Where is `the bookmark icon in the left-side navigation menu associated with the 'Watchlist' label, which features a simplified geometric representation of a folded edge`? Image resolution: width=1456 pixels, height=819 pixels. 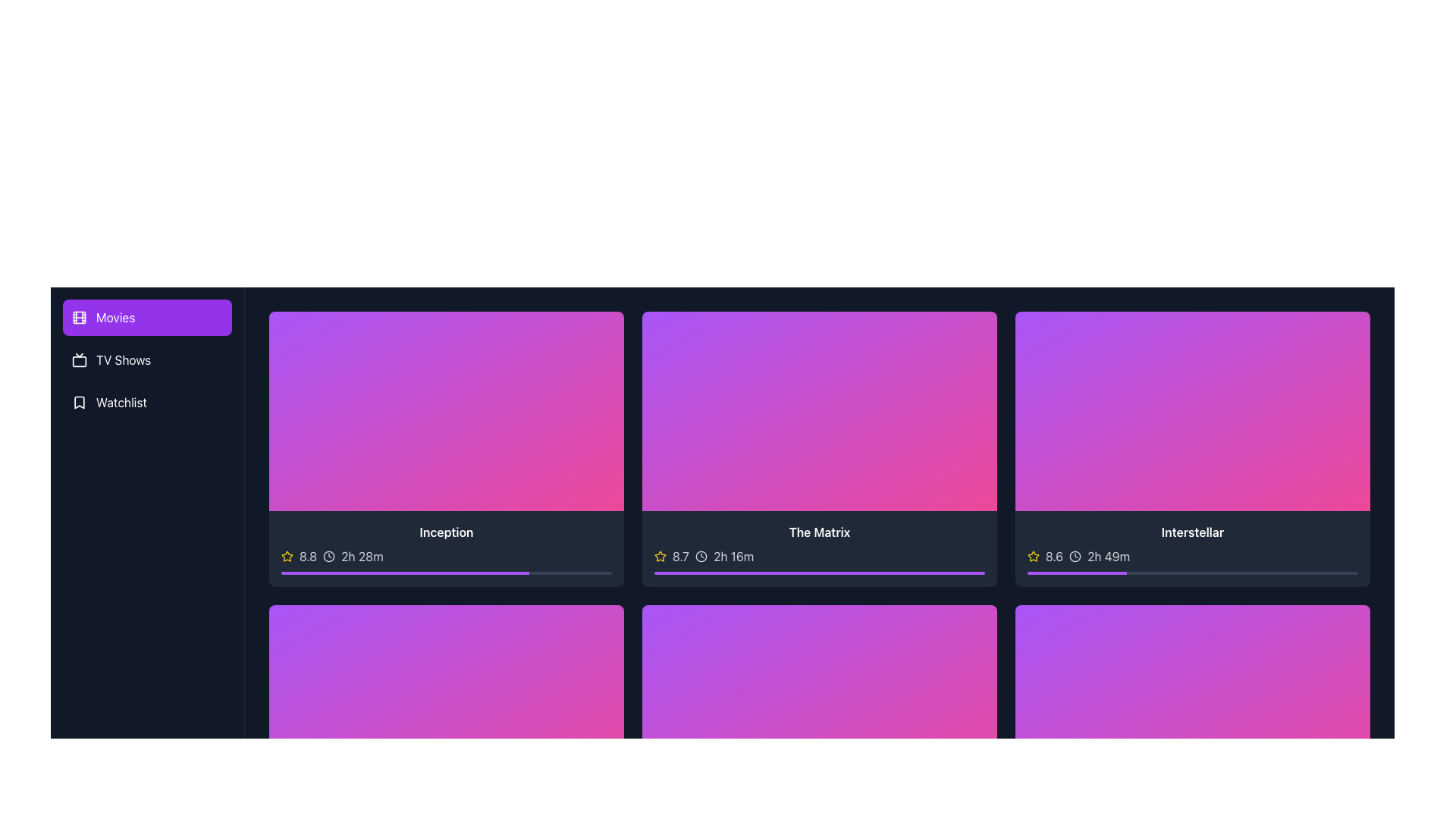 the bookmark icon in the left-side navigation menu associated with the 'Watchlist' label, which features a simplified geometric representation of a folded edge is located at coordinates (79, 402).